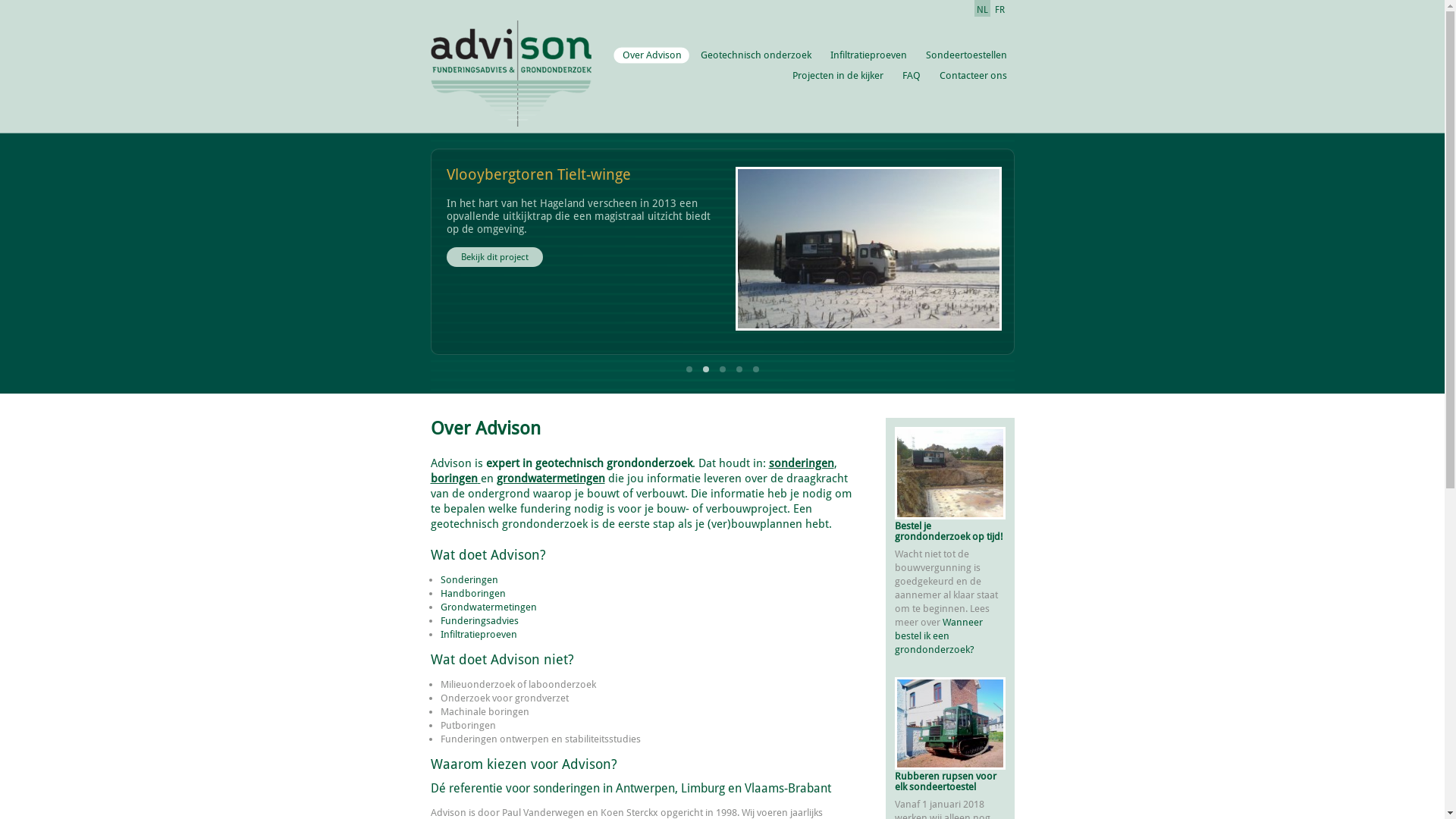 The width and height of the screenshot is (1456, 819). Describe the element at coordinates (910, 76) in the screenshot. I see `'FAQ'` at that location.